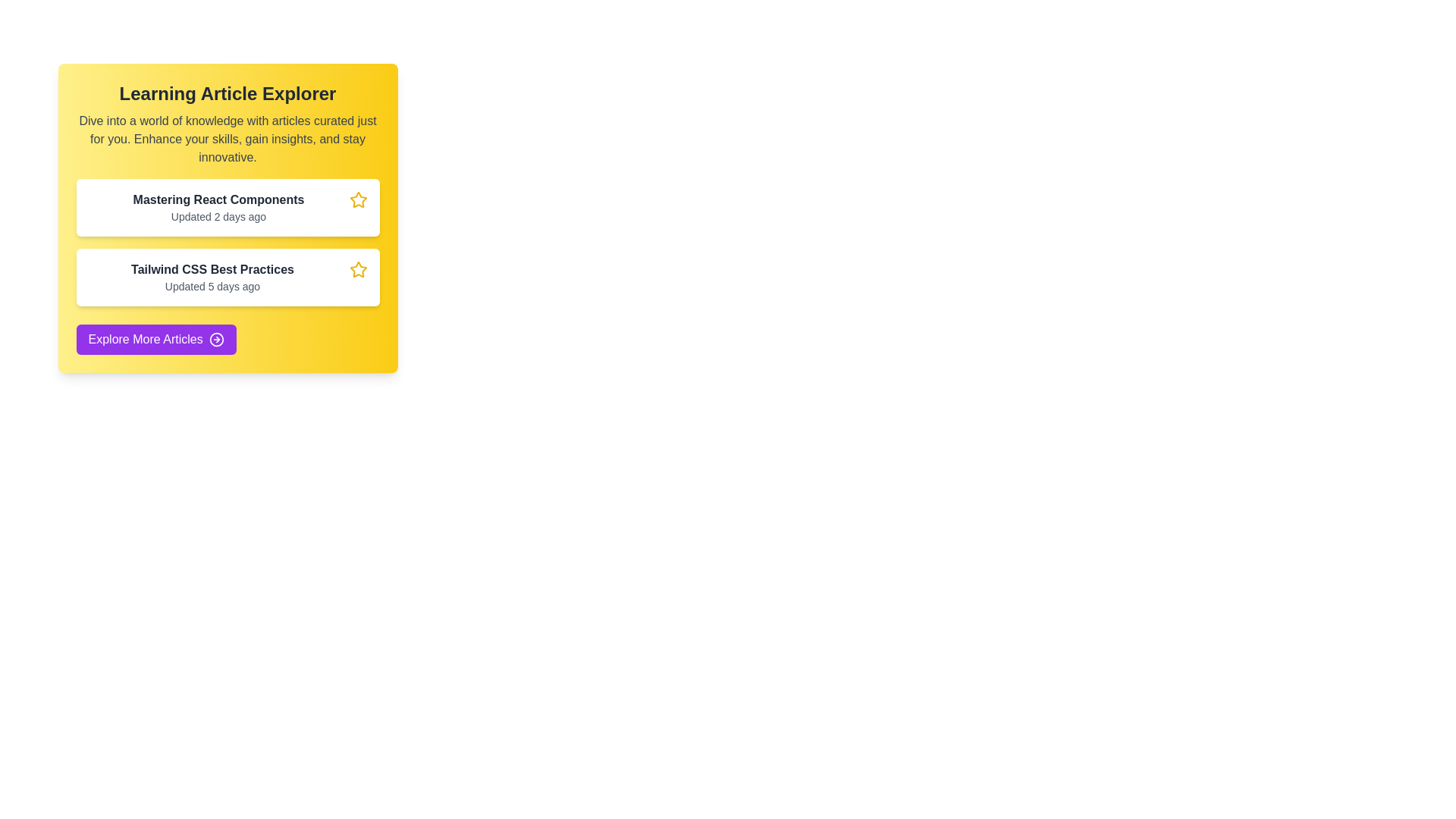 This screenshot has width=1456, height=819. Describe the element at coordinates (357, 199) in the screenshot. I see `the star icon located to the far right of the title 'Mastering React Components' in the 'Learning Article Explorer' section, which serves as a visual indicator for marking items as important or favoriting` at that location.